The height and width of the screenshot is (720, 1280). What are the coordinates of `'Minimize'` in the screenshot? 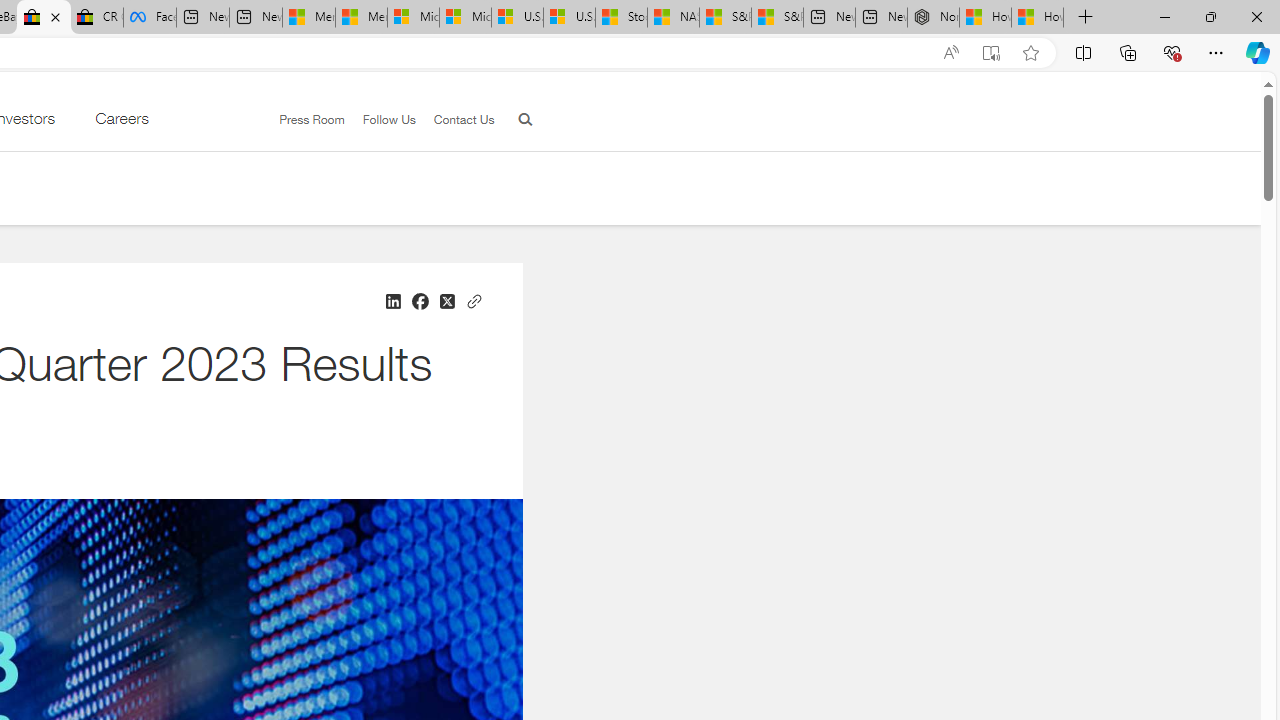 It's located at (1164, 16).